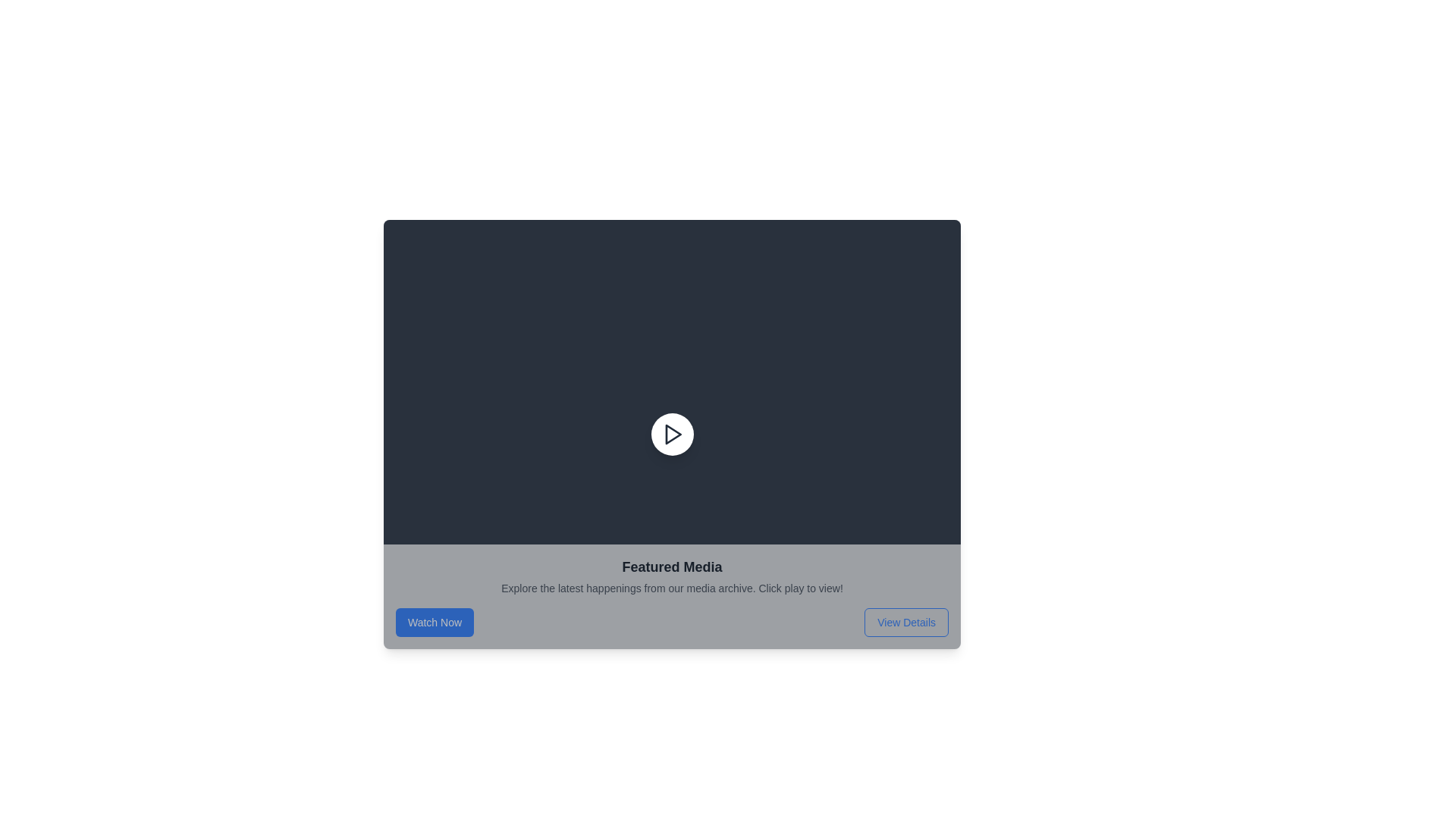  What do you see at coordinates (671, 567) in the screenshot?
I see `the text label styled with bold typography that displays 'Featured Media', positioned above a descriptive paragraph and between the 'Watch Now' and 'View Details' buttons` at bounding box center [671, 567].